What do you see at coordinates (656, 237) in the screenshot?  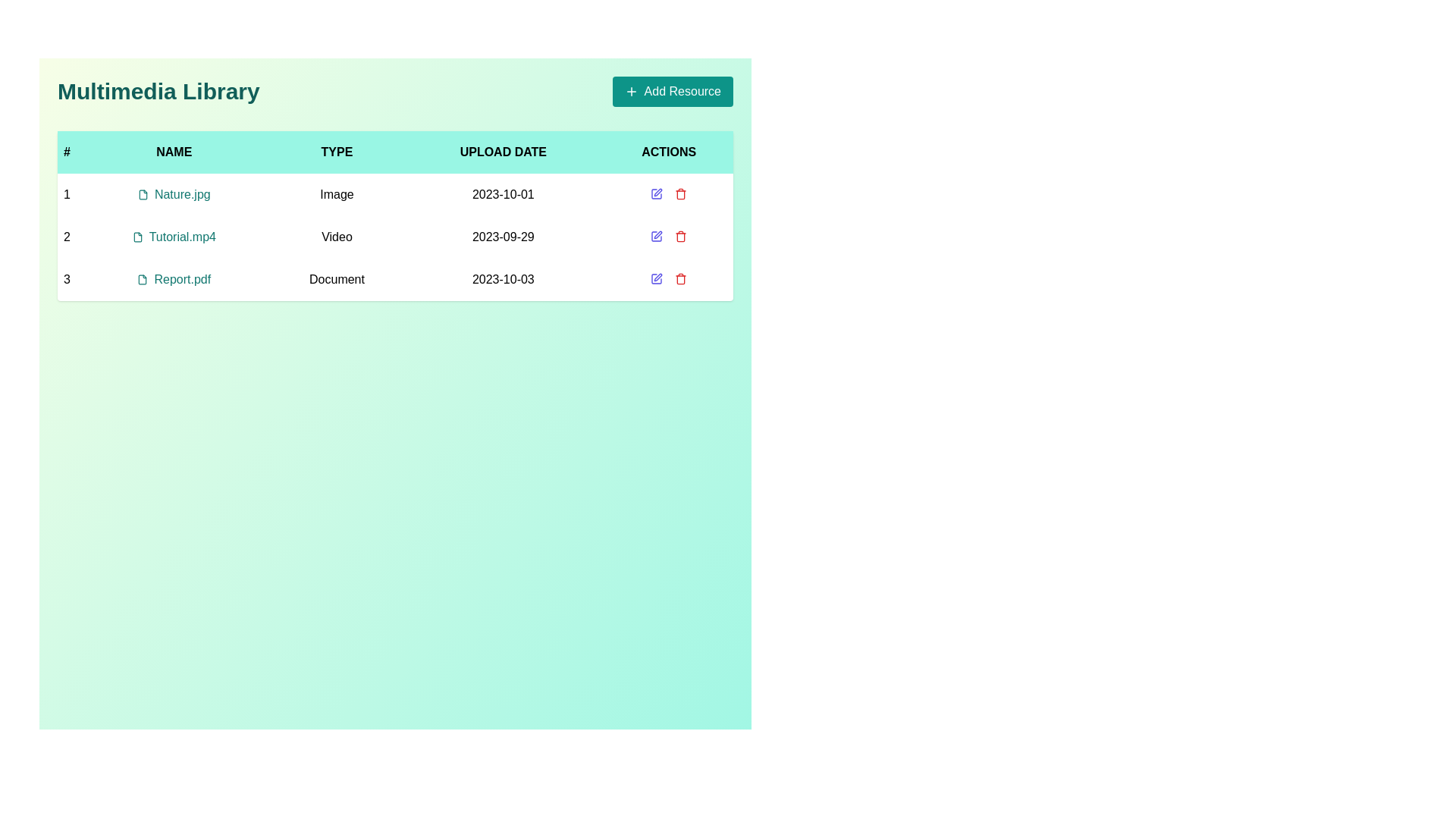 I see `the editing icon button in the second row of the 'Actions' column to initiate the edit function for the 'Tutorial.mp4' item` at bounding box center [656, 237].